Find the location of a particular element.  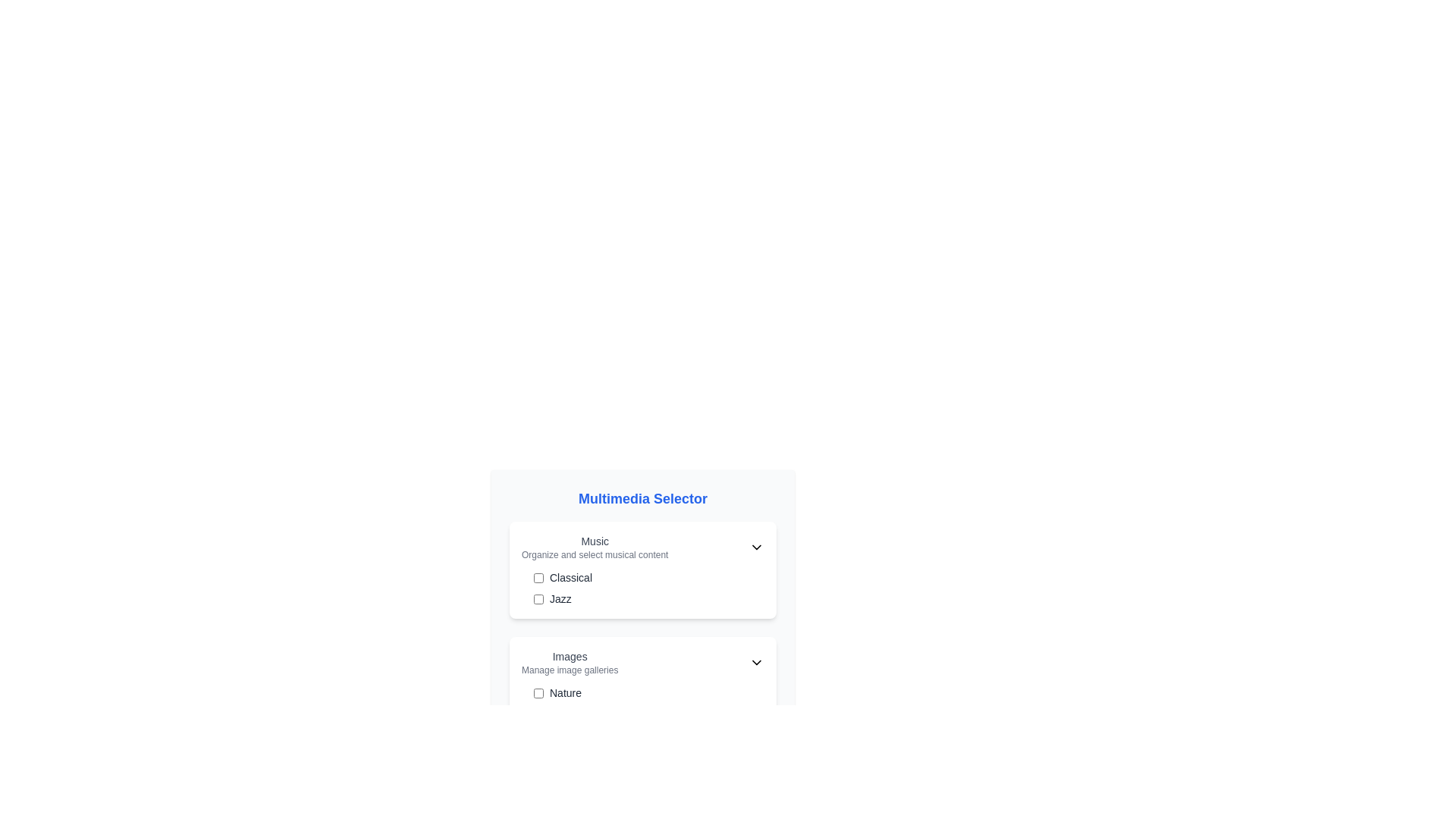

the blue-tinted rounded checkbox located to the left of the 'Nature' text in the 'Images' section of the 'Multimedia Selector' interface for potential tooltip or visual effect is located at coordinates (538, 693).